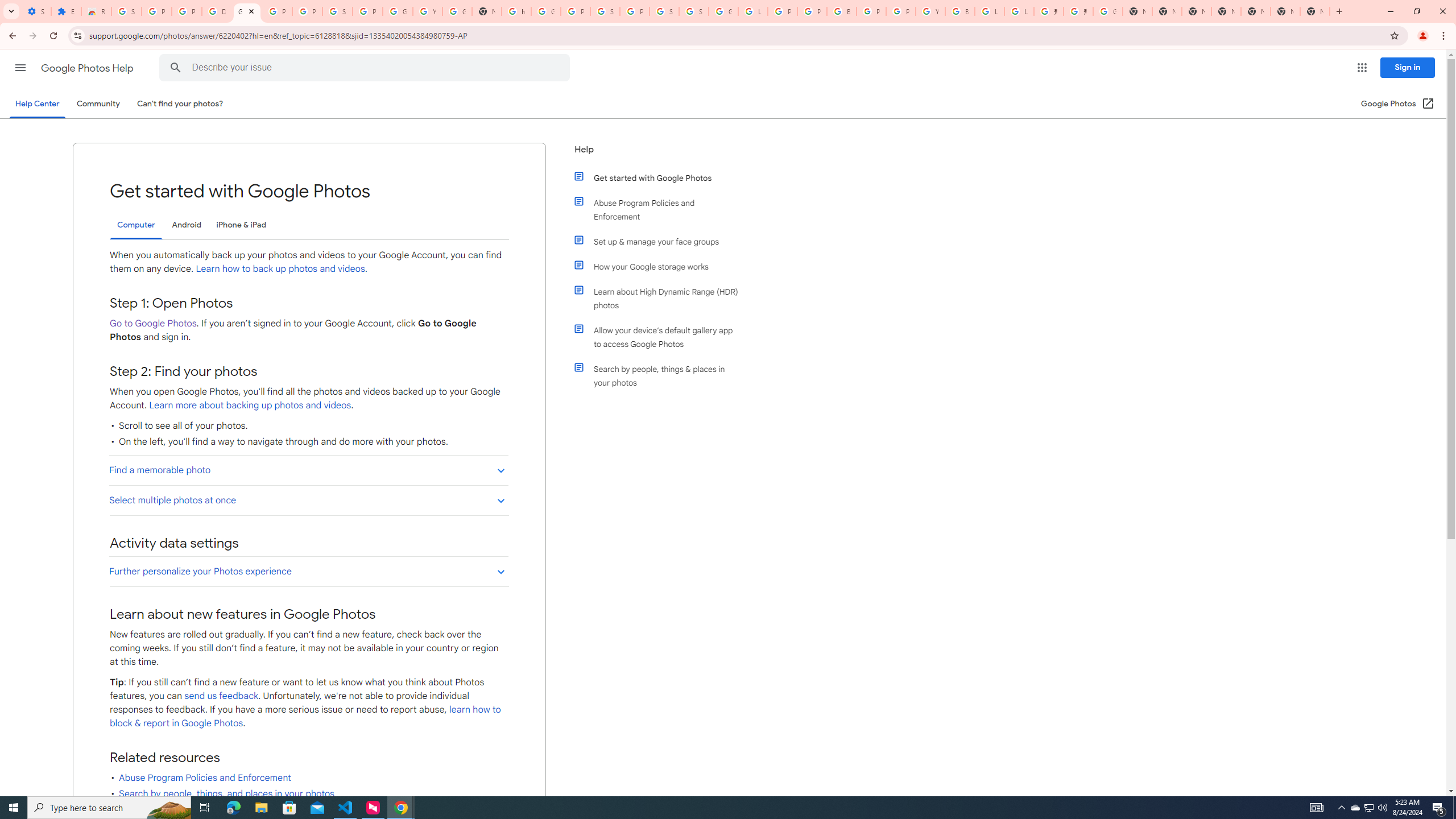 The height and width of the screenshot is (819, 1456). I want to click on 'Abuse Program Policies and Enforcement', so click(661, 209).